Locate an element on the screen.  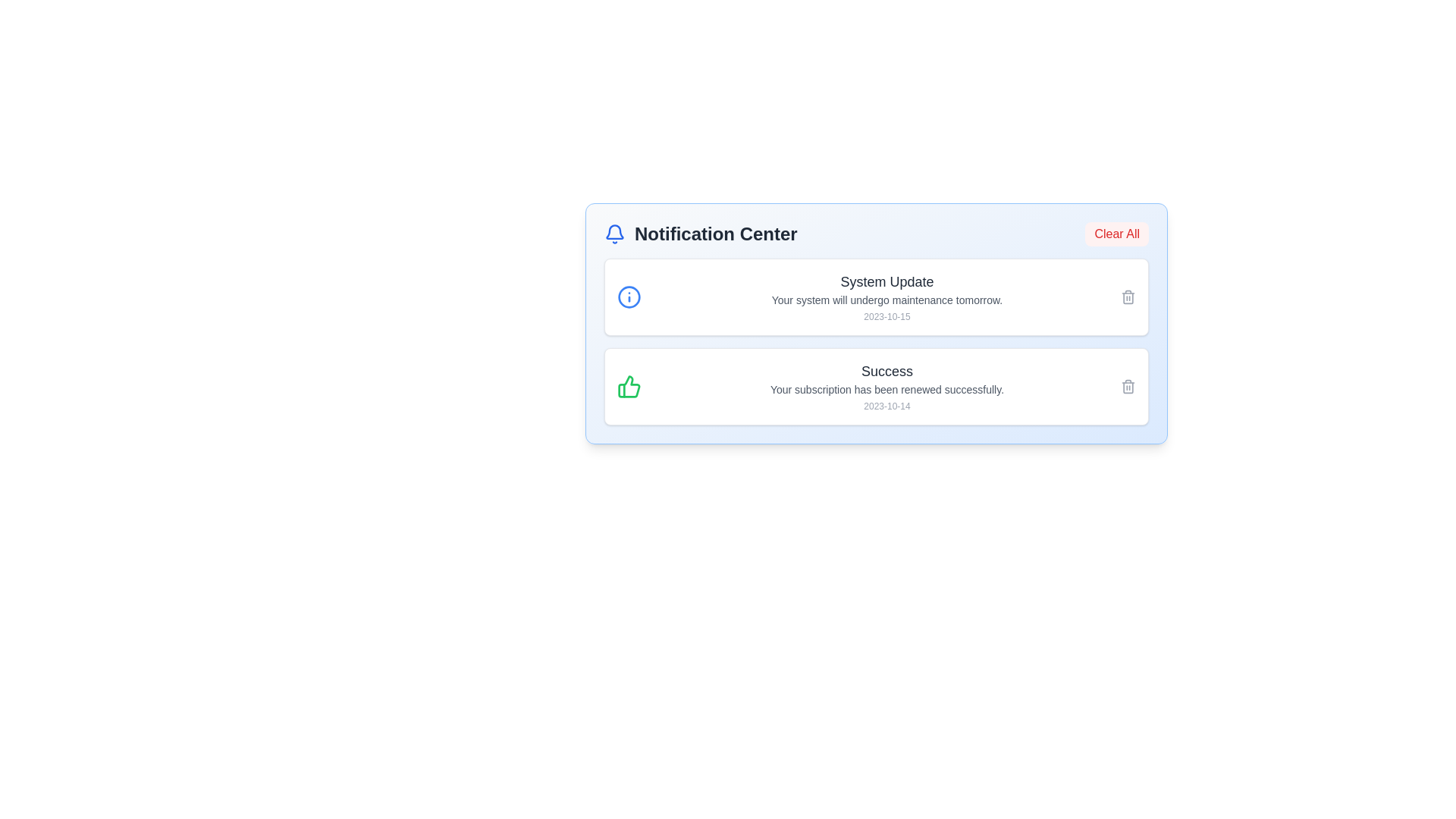
the 'Clear All' button located in the top-right corner of the Notification Center is located at coordinates (1117, 234).